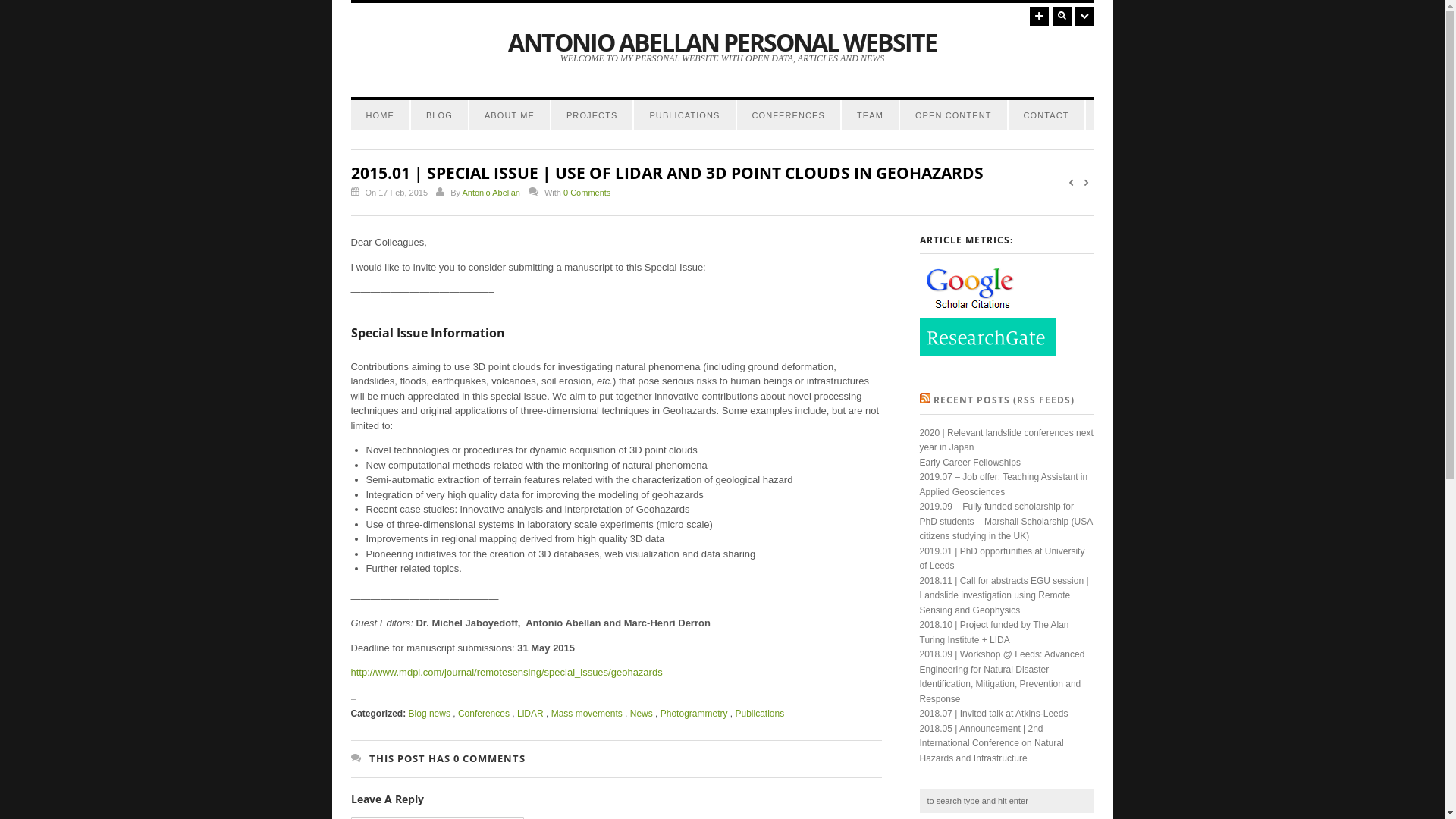  Describe the element at coordinates (683, 114) in the screenshot. I see `'PUBLICATIONS'` at that location.